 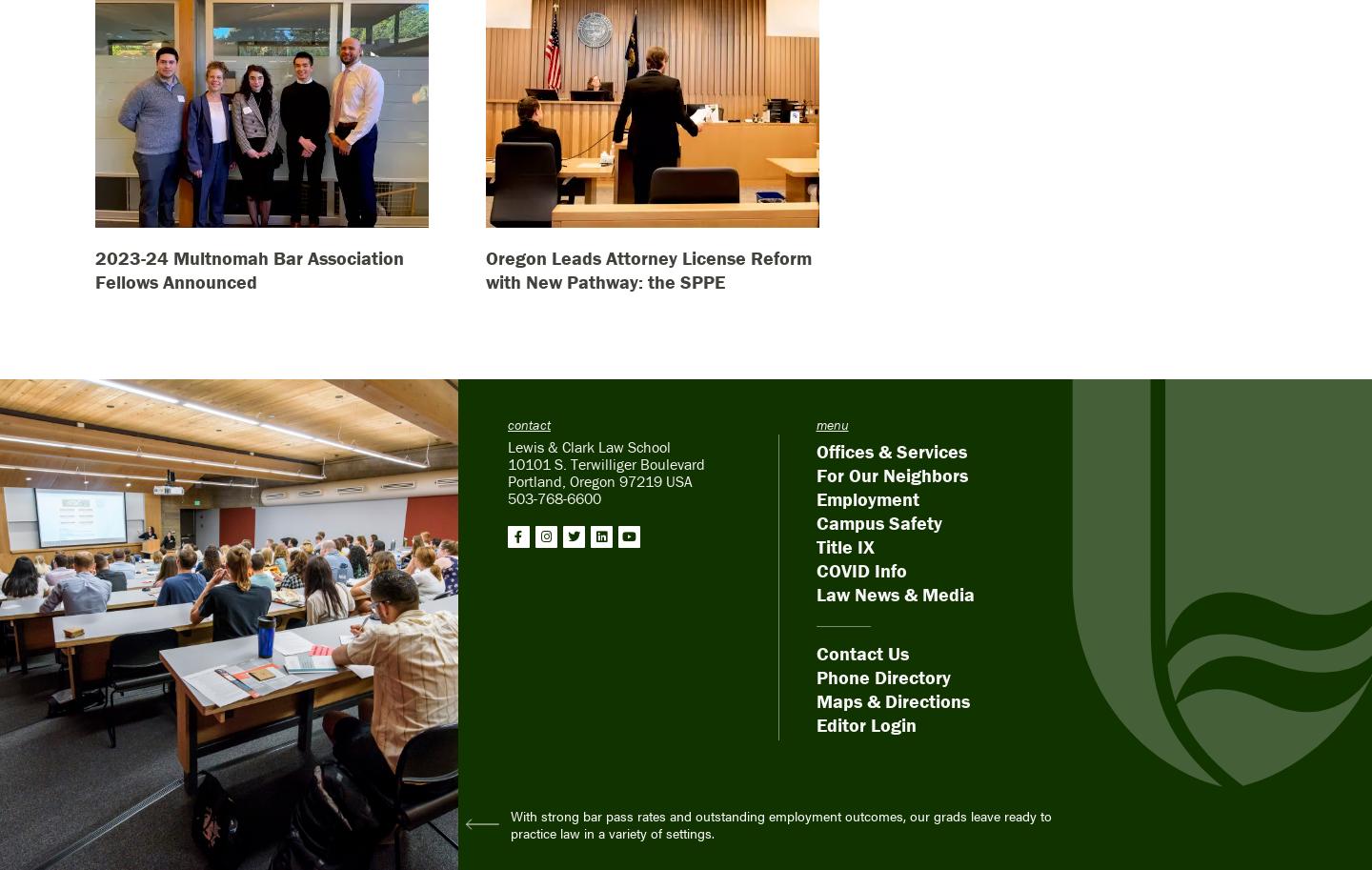 What do you see at coordinates (892, 698) in the screenshot?
I see `'Maps & Directions'` at bounding box center [892, 698].